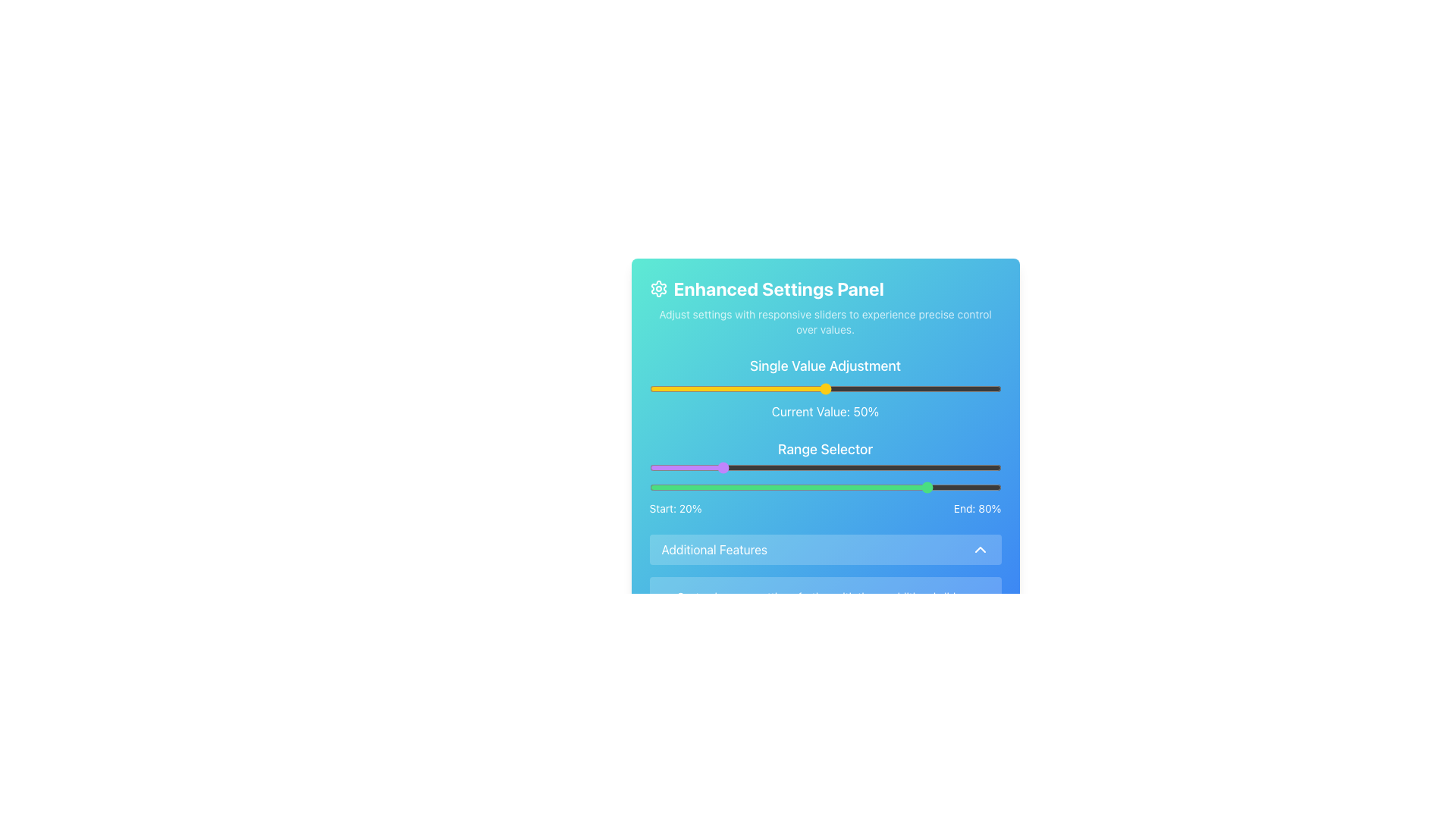 The height and width of the screenshot is (819, 1456). Describe the element at coordinates (824, 321) in the screenshot. I see `the descriptive text element providing context or instructions about the 'Enhanced Settings Panel', which is positioned directly below the heading` at that location.